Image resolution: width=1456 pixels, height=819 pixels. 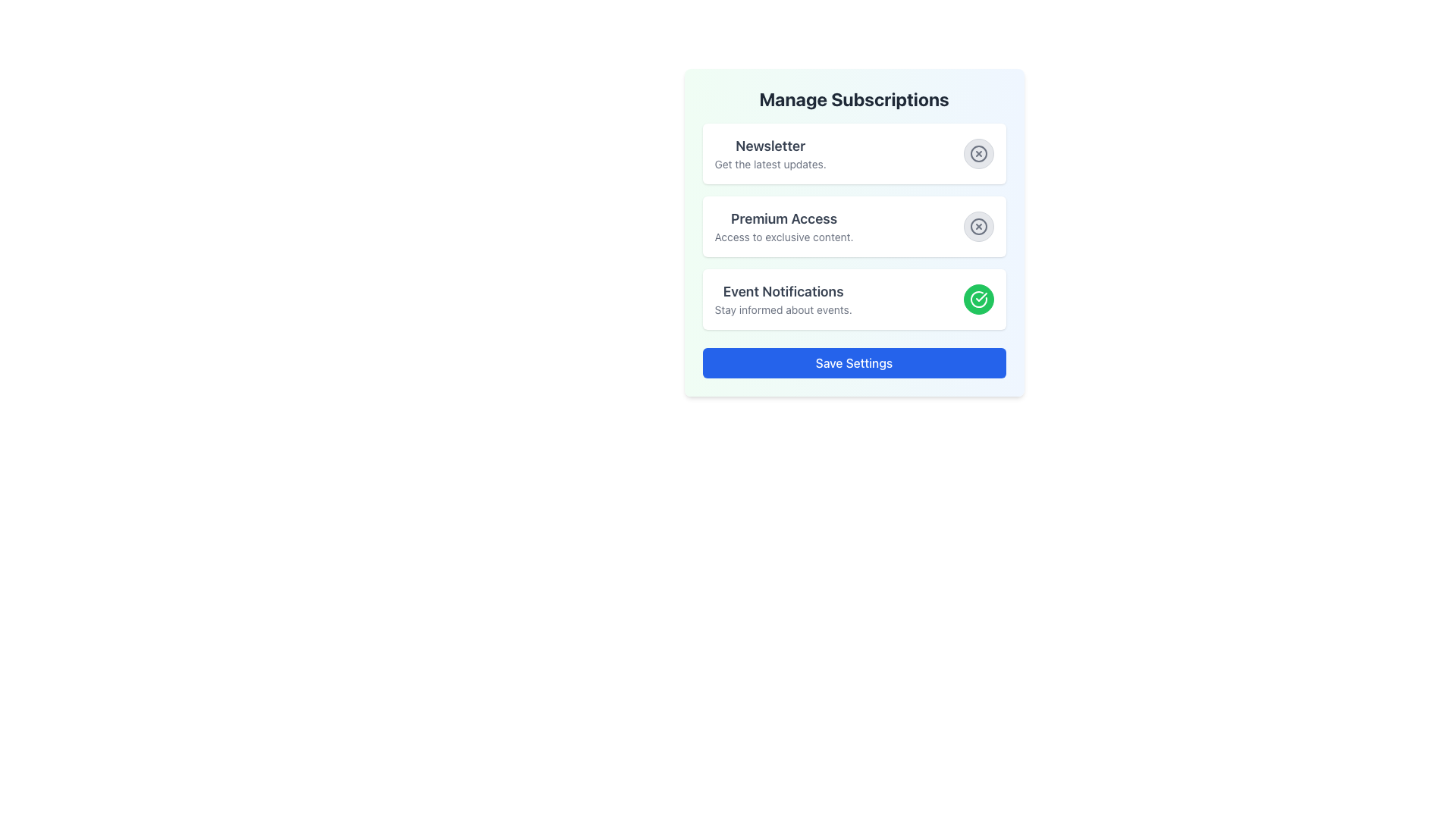 What do you see at coordinates (978, 154) in the screenshot?
I see `the Circle graphic within the SVG that indicates the status of the newsletter subscription, located at the topmost entry of the subscription options` at bounding box center [978, 154].